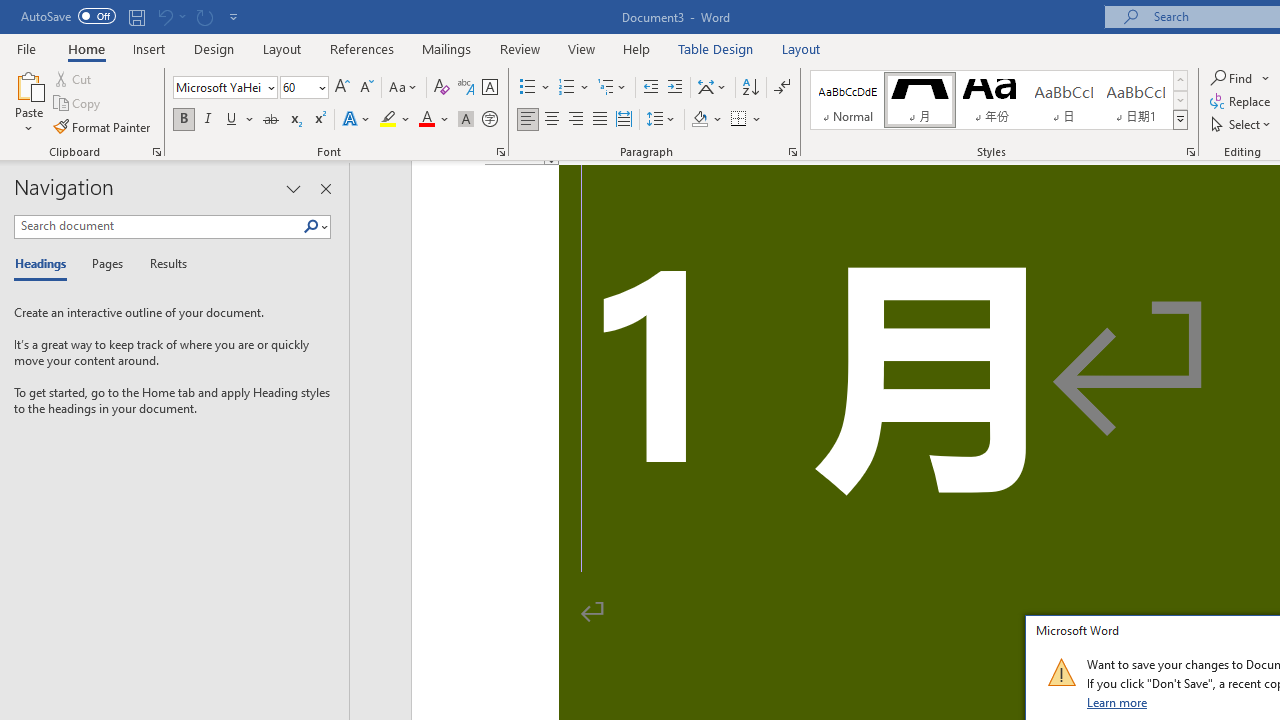  What do you see at coordinates (366, 86) in the screenshot?
I see `'Shrink Font'` at bounding box center [366, 86].